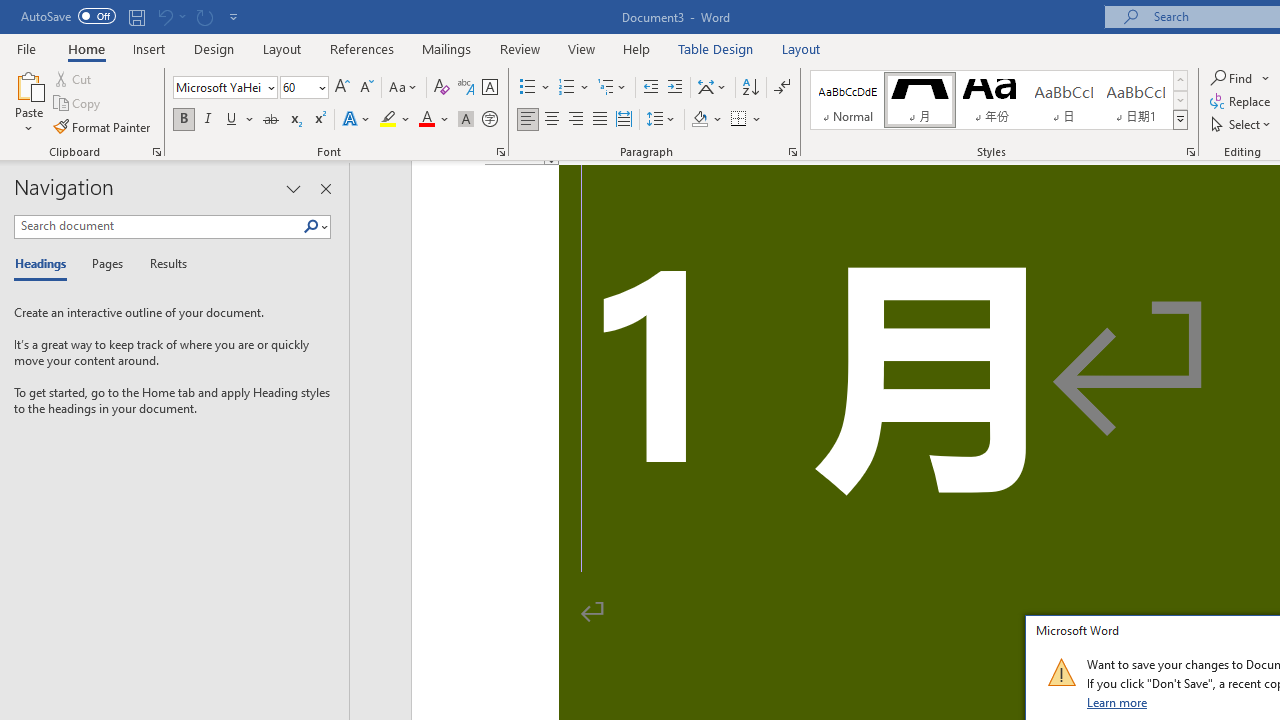  What do you see at coordinates (366, 86) in the screenshot?
I see `'Shrink Font'` at bounding box center [366, 86].